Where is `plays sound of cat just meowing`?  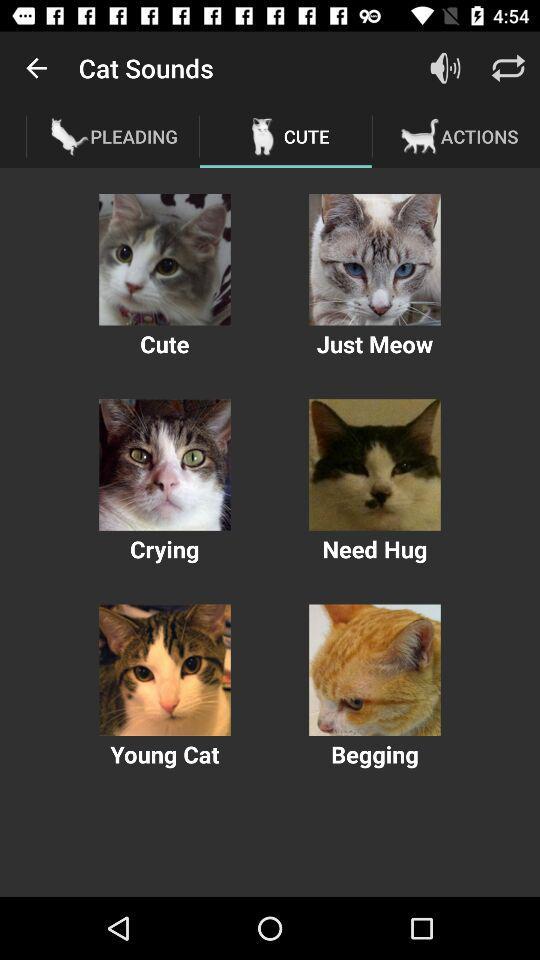 plays sound of cat just meowing is located at coordinates (374, 258).